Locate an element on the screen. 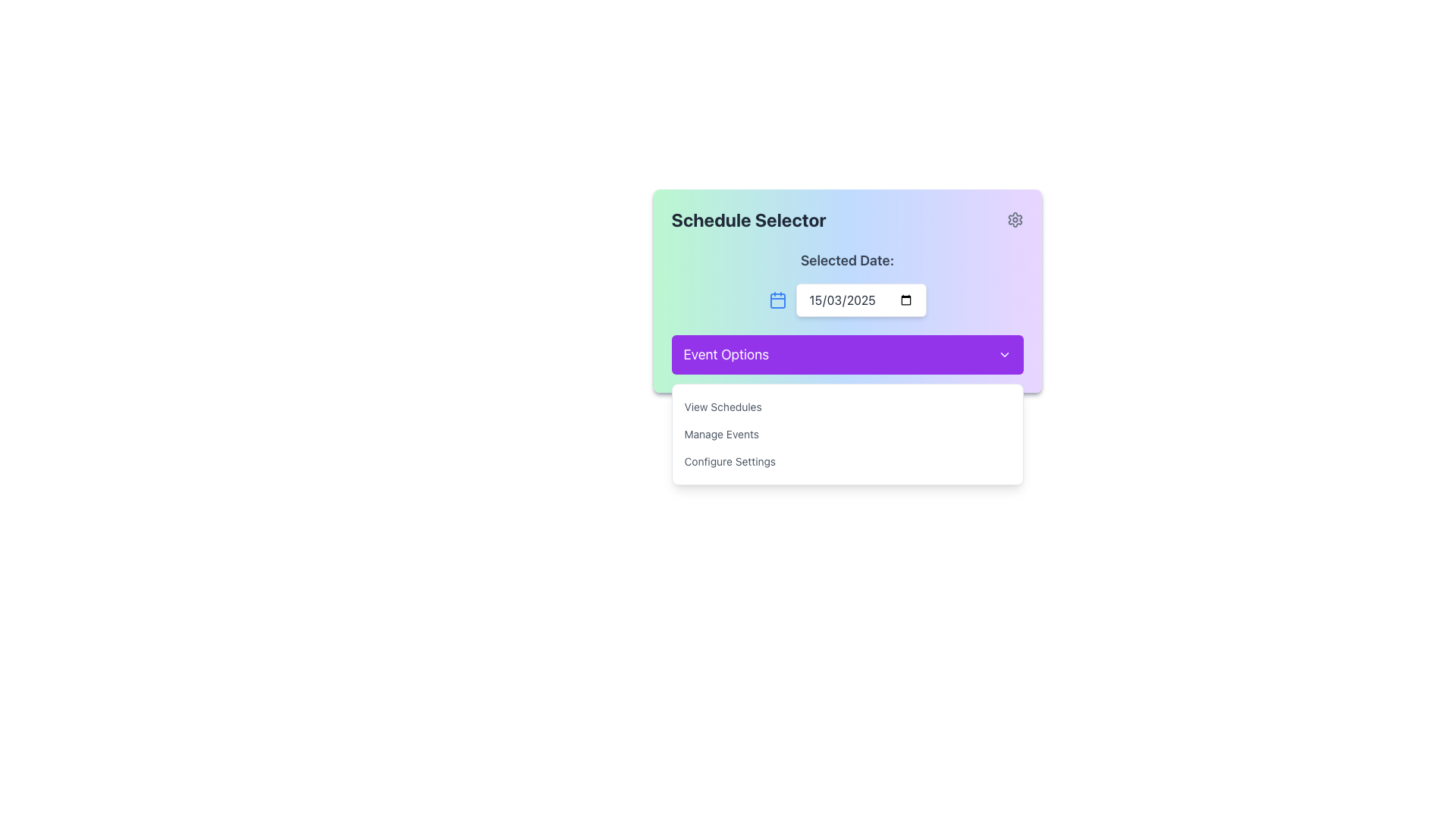  the downward-pointing chevron icon located on the far right of the 'Event Options' button to trigger tooltip or visual feedback is located at coordinates (1004, 354).